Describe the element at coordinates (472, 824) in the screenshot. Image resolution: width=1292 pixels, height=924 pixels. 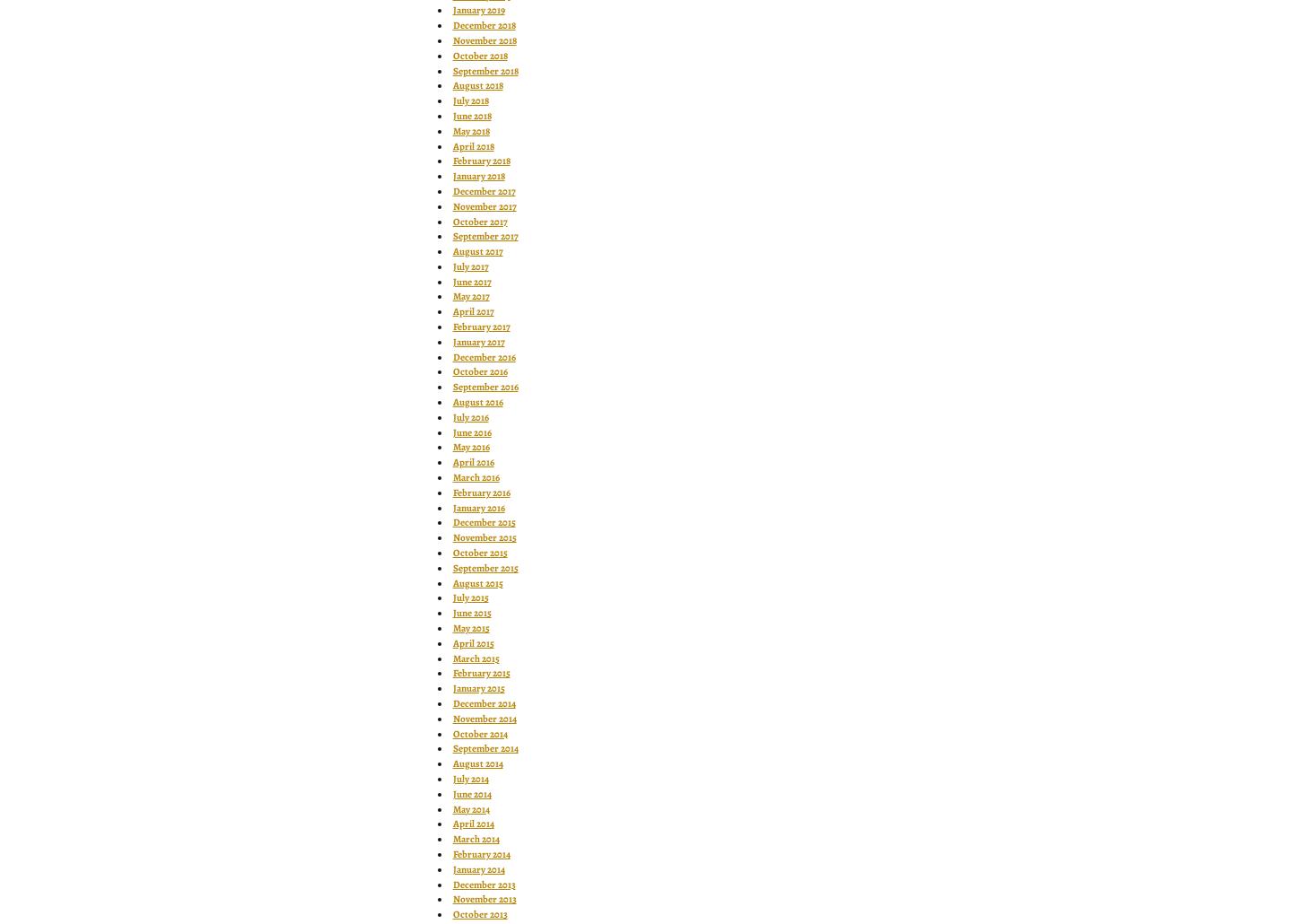
I see `'April 2014'` at that location.